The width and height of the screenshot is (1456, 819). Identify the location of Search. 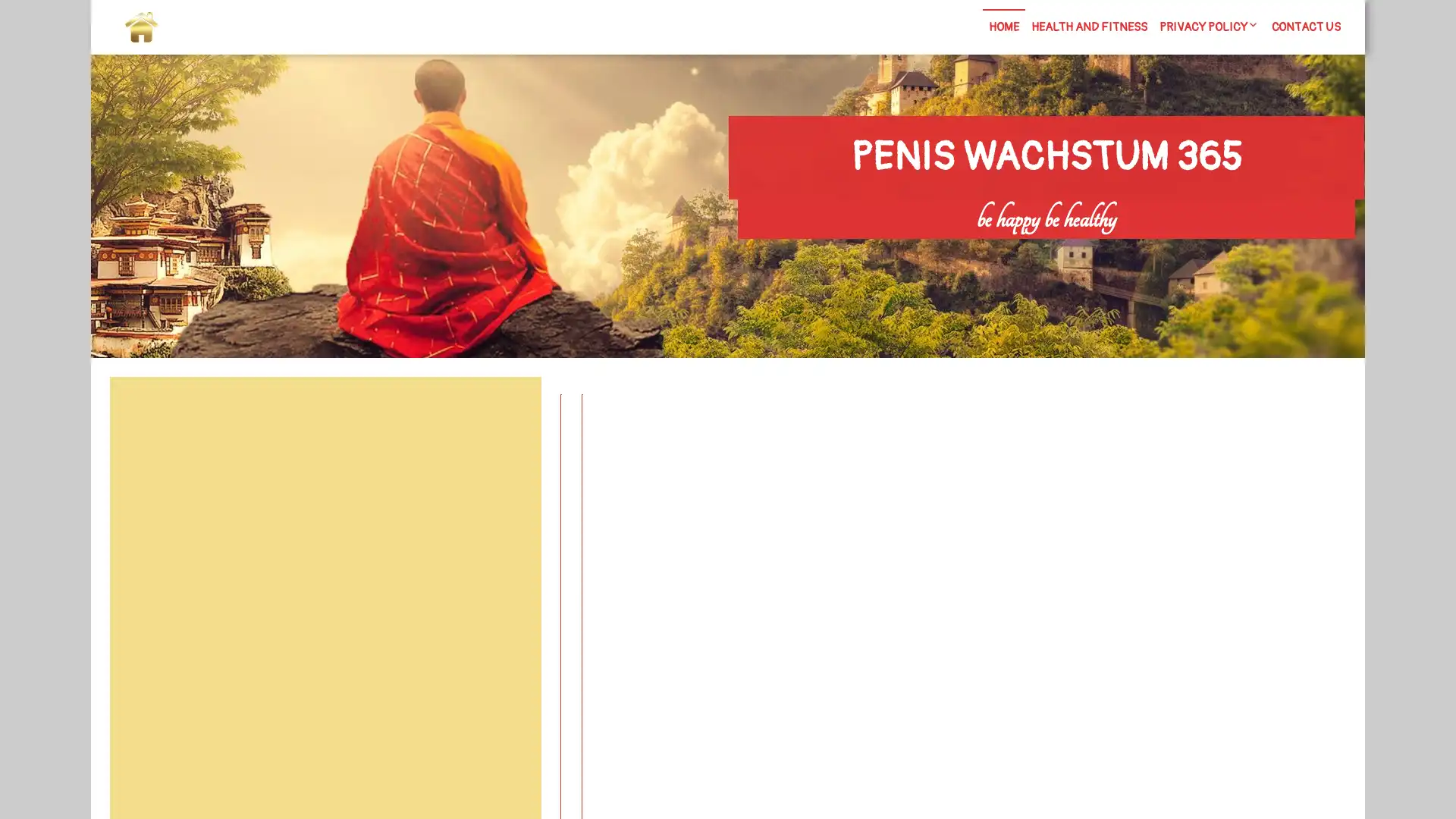
(1181, 248).